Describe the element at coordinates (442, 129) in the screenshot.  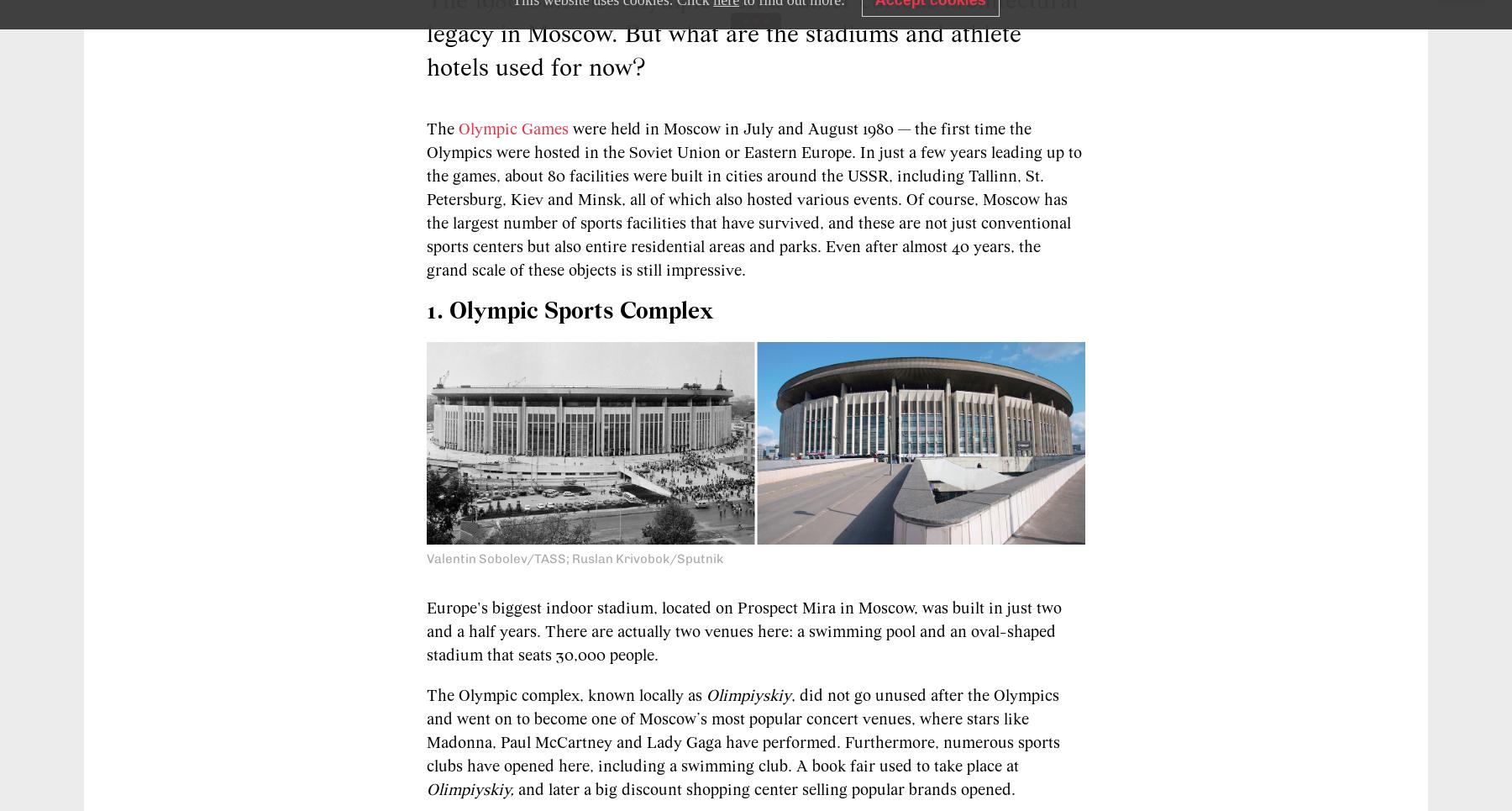
I see `'The'` at that location.